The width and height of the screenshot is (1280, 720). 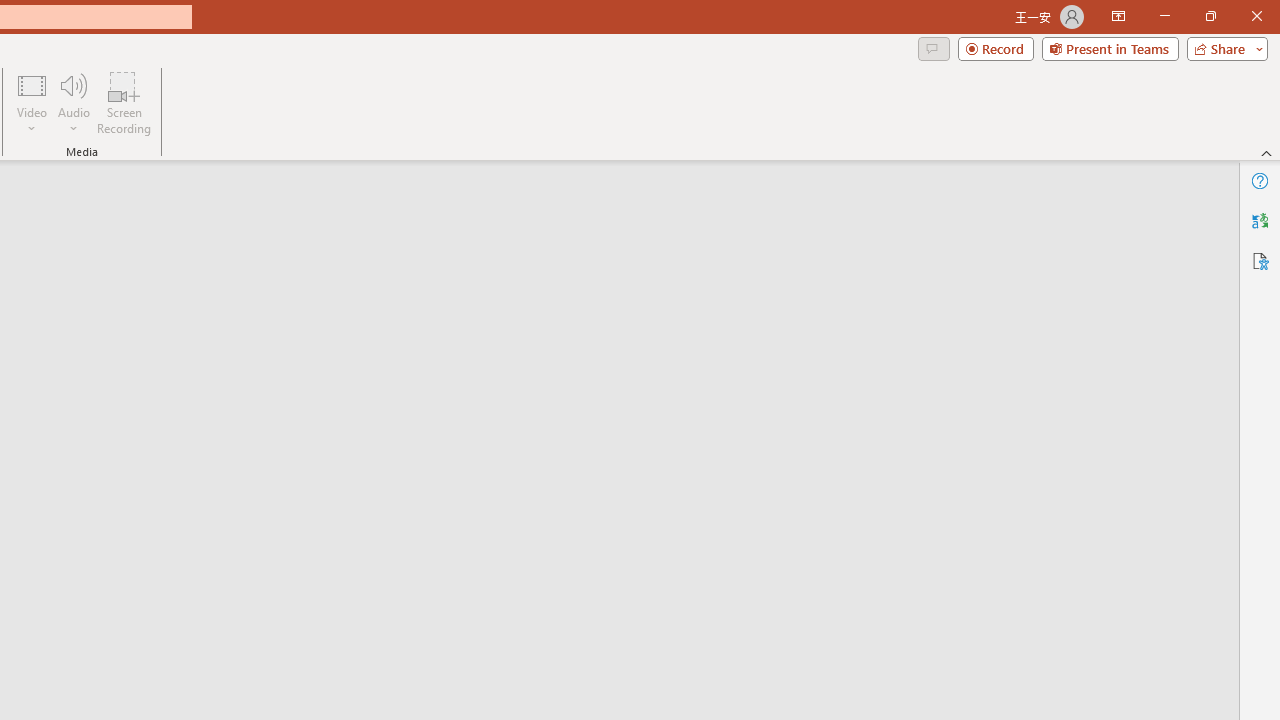 What do you see at coordinates (1266, 152) in the screenshot?
I see `'Collapse the Ribbon'` at bounding box center [1266, 152].